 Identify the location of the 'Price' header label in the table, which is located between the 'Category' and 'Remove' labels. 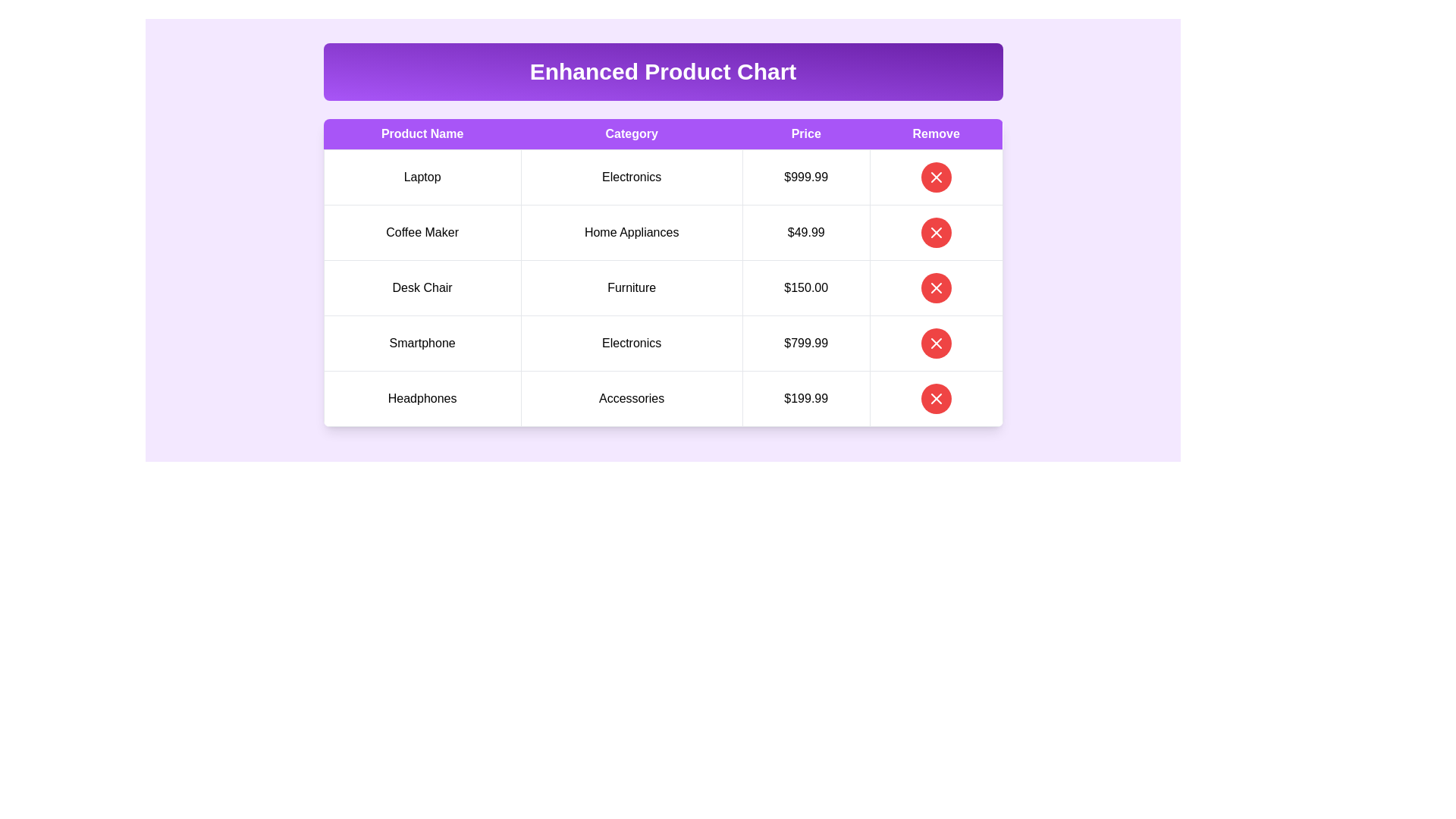
(805, 133).